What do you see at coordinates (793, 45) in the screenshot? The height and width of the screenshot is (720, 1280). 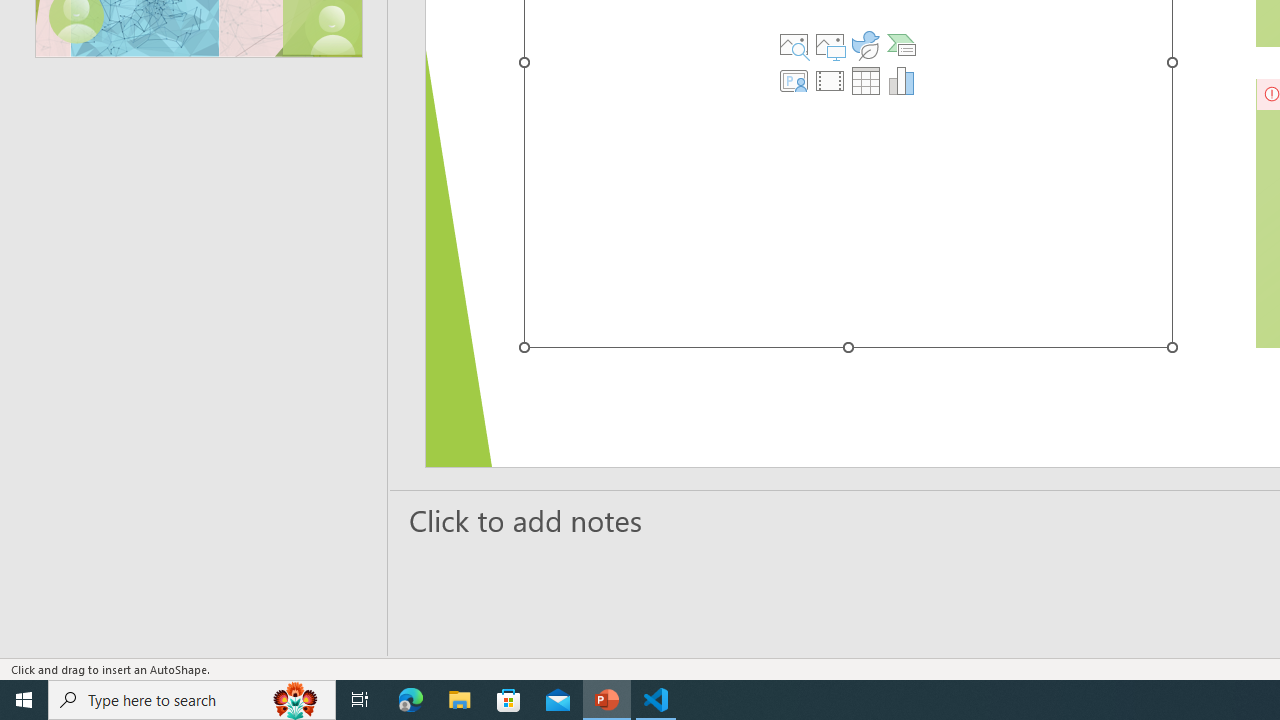 I see `'Stock Images'` at bounding box center [793, 45].